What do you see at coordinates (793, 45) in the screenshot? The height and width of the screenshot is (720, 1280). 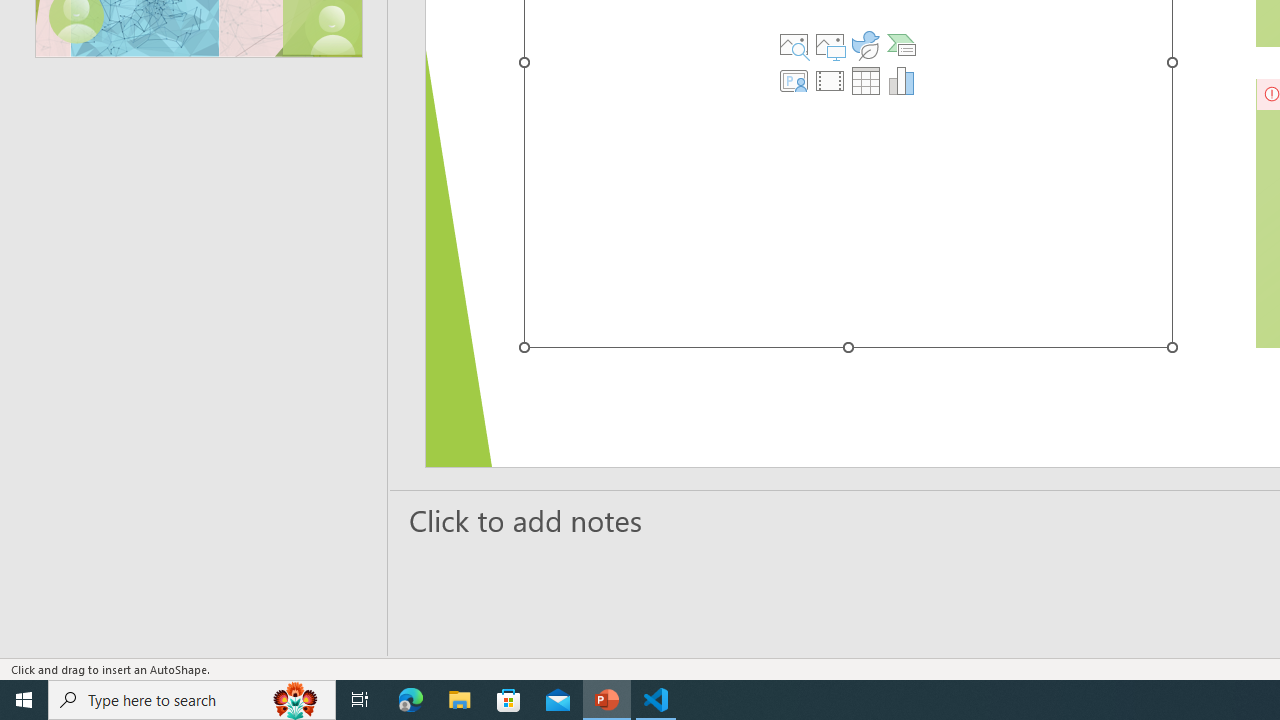 I see `'Stock Images'` at bounding box center [793, 45].